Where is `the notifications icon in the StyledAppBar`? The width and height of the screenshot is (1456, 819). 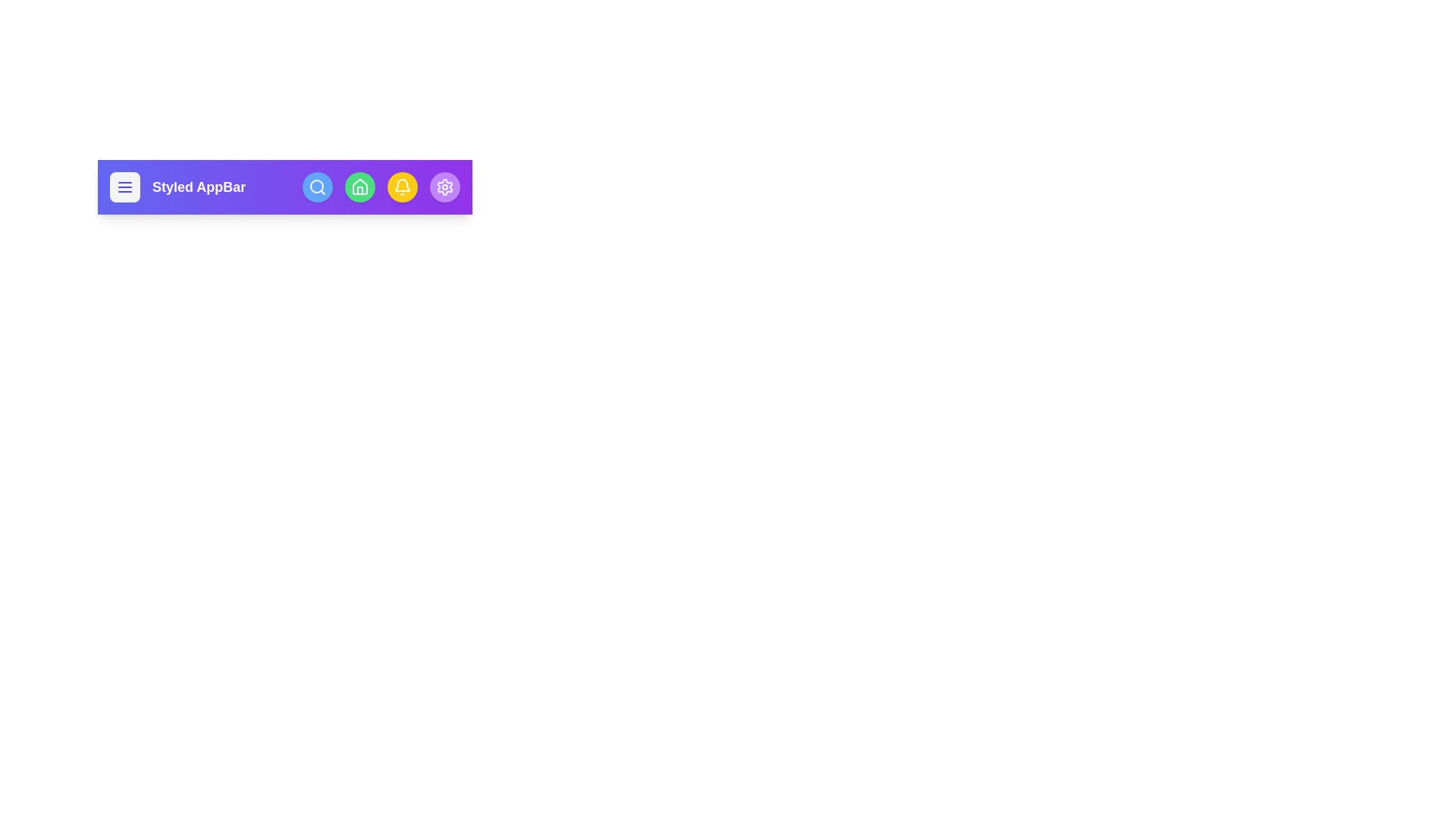
the notifications icon in the StyledAppBar is located at coordinates (403, 186).